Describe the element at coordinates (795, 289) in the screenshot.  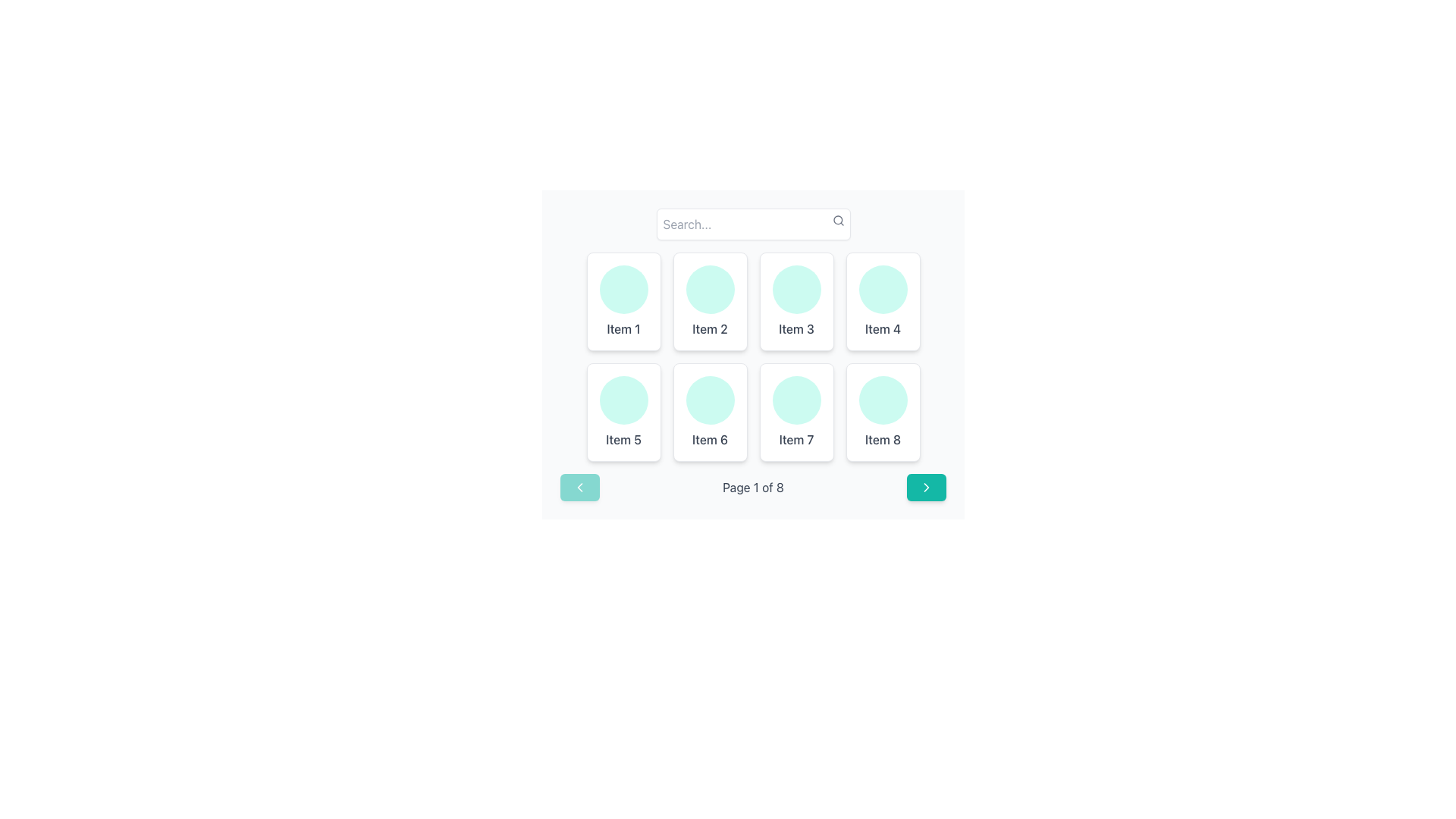
I see `the circular teal button located within the card labeled 'Item 3'` at that location.